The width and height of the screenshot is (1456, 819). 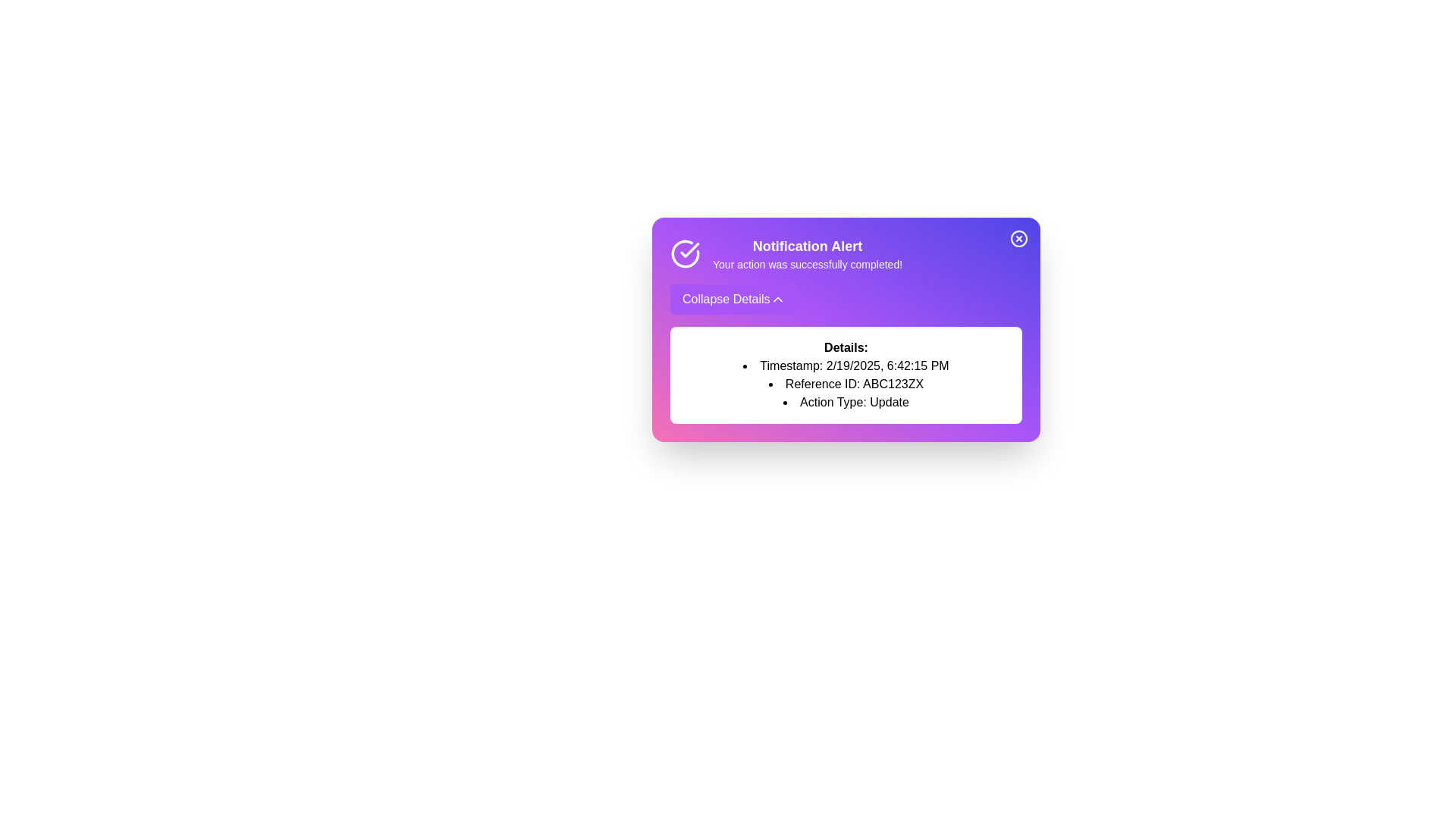 What do you see at coordinates (733, 299) in the screenshot?
I see `the 'Collapse Details' button to toggle the visibility of additional details` at bounding box center [733, 299].